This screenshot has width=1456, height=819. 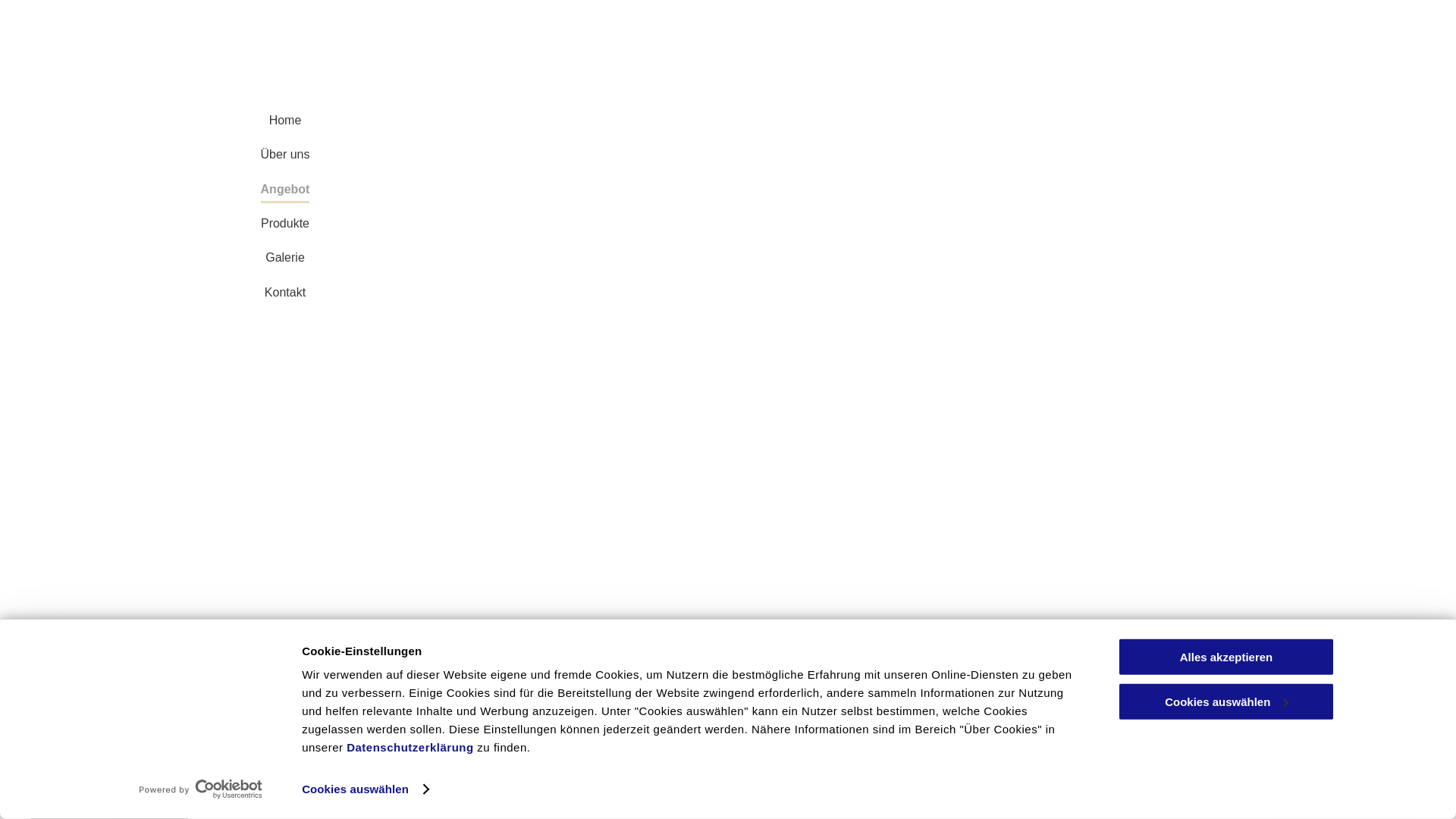 What do you see at coordinates (1226, 656) in the screenshot?
I see `'Alles akzeptieren'` at bounding box center [1226, 656].